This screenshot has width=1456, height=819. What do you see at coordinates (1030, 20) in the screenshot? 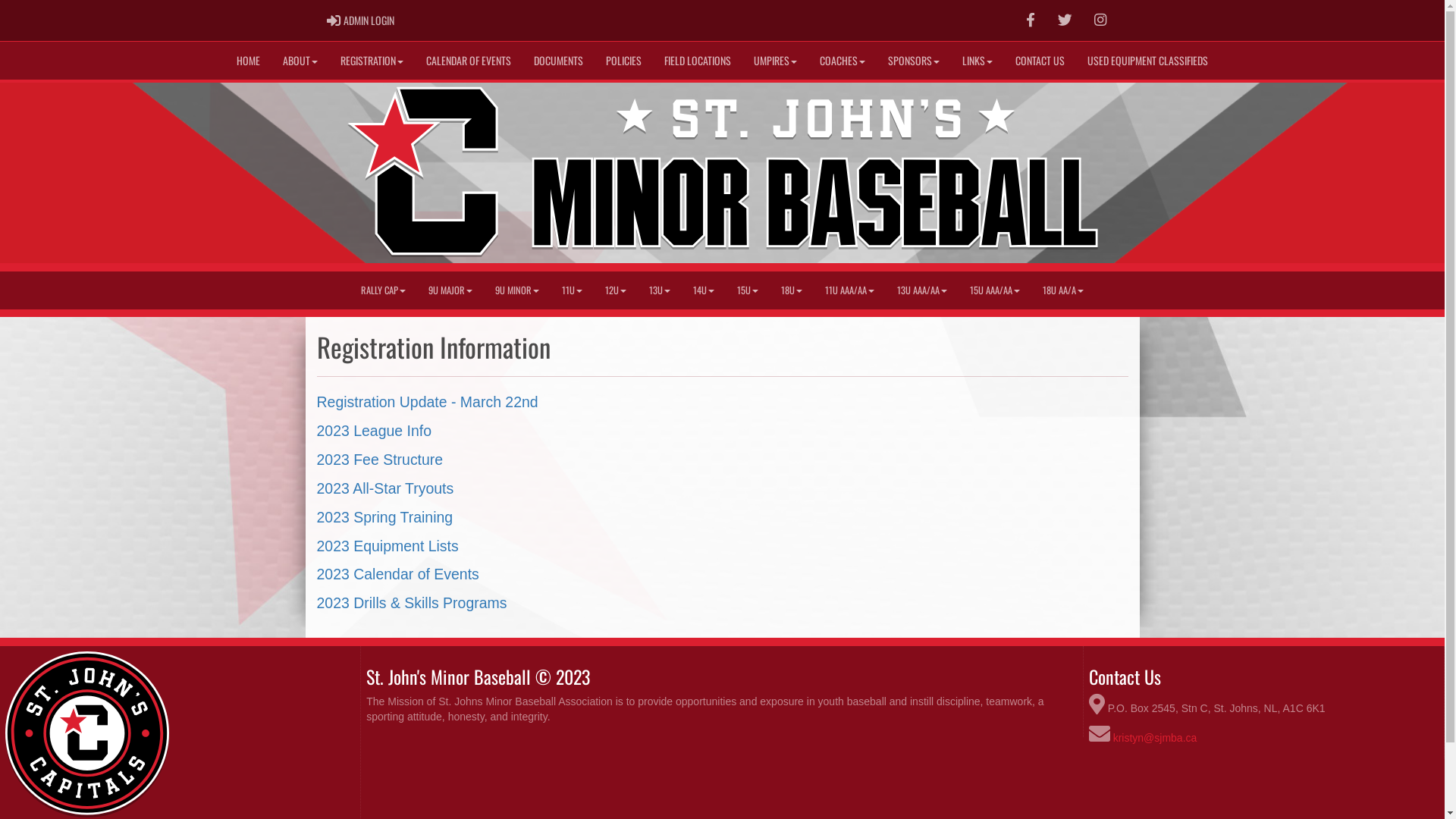
I see `'Facebook'` at bounding box center [1030, 20].